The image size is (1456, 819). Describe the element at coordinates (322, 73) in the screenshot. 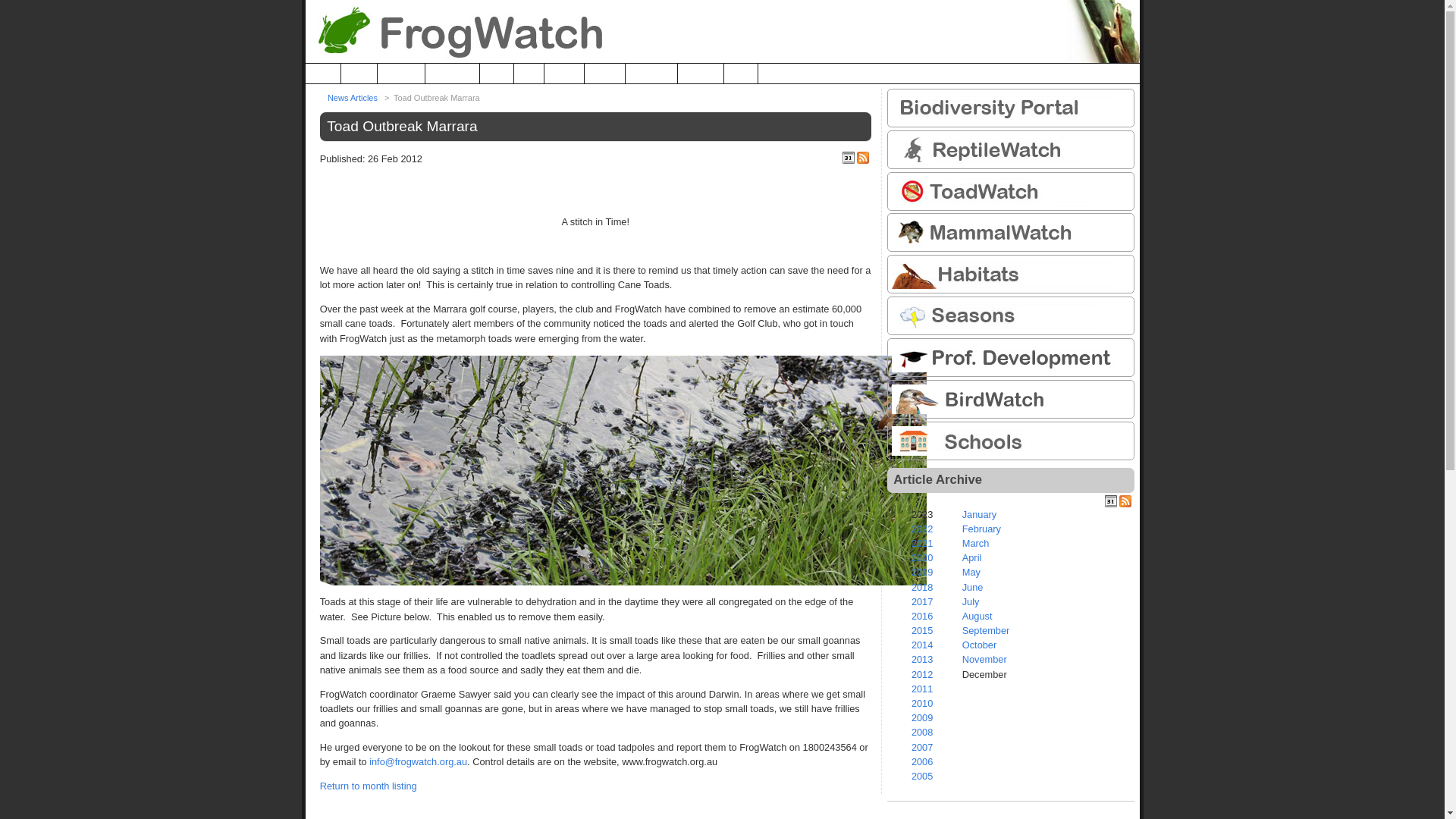

I see `'Home'` at that location.